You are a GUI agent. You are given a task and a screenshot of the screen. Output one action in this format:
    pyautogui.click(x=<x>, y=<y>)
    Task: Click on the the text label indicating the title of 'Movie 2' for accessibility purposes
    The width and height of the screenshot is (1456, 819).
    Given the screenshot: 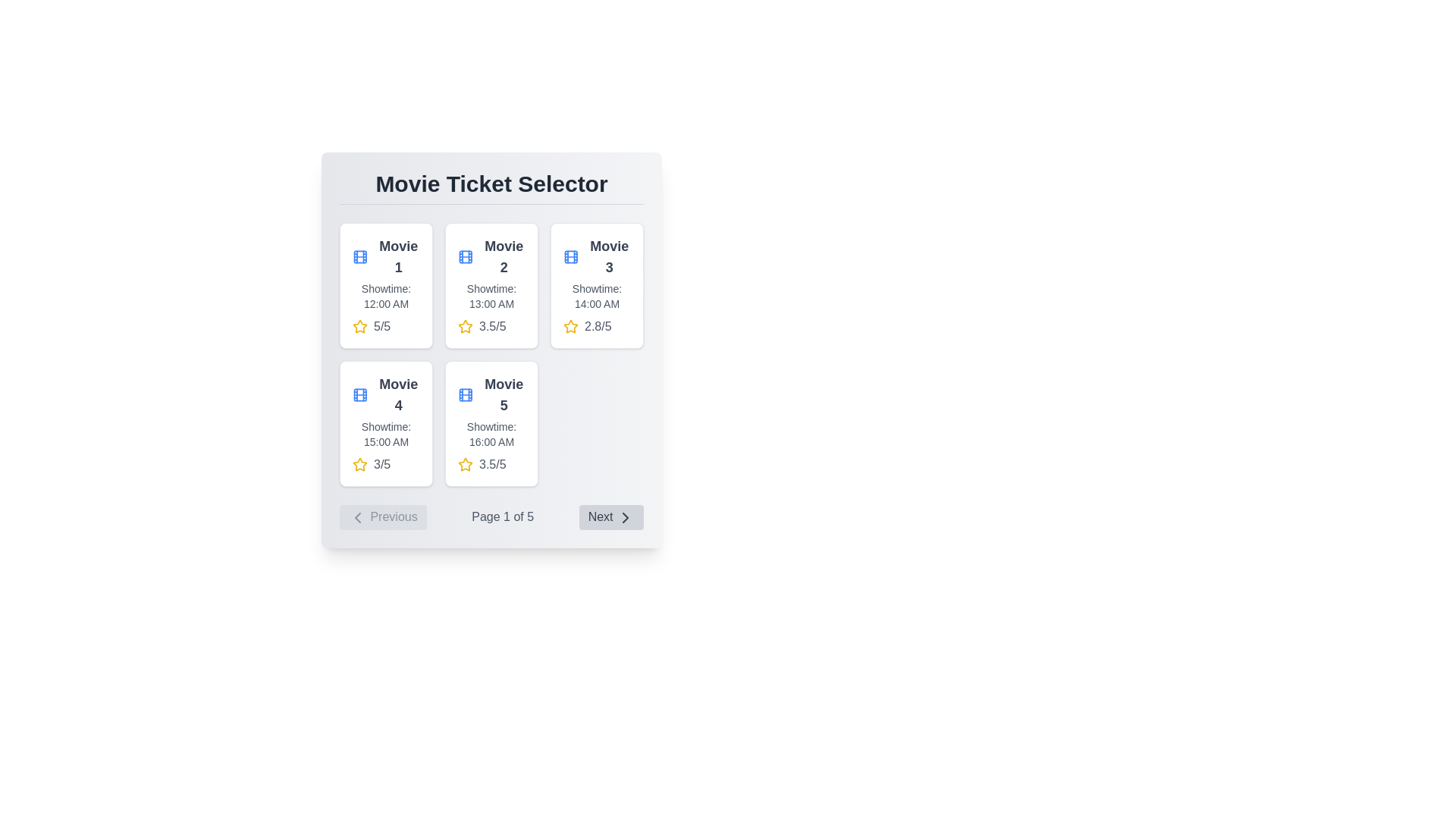 What is the action you would take?
    pyautogui.click(x=491, y=256)
    